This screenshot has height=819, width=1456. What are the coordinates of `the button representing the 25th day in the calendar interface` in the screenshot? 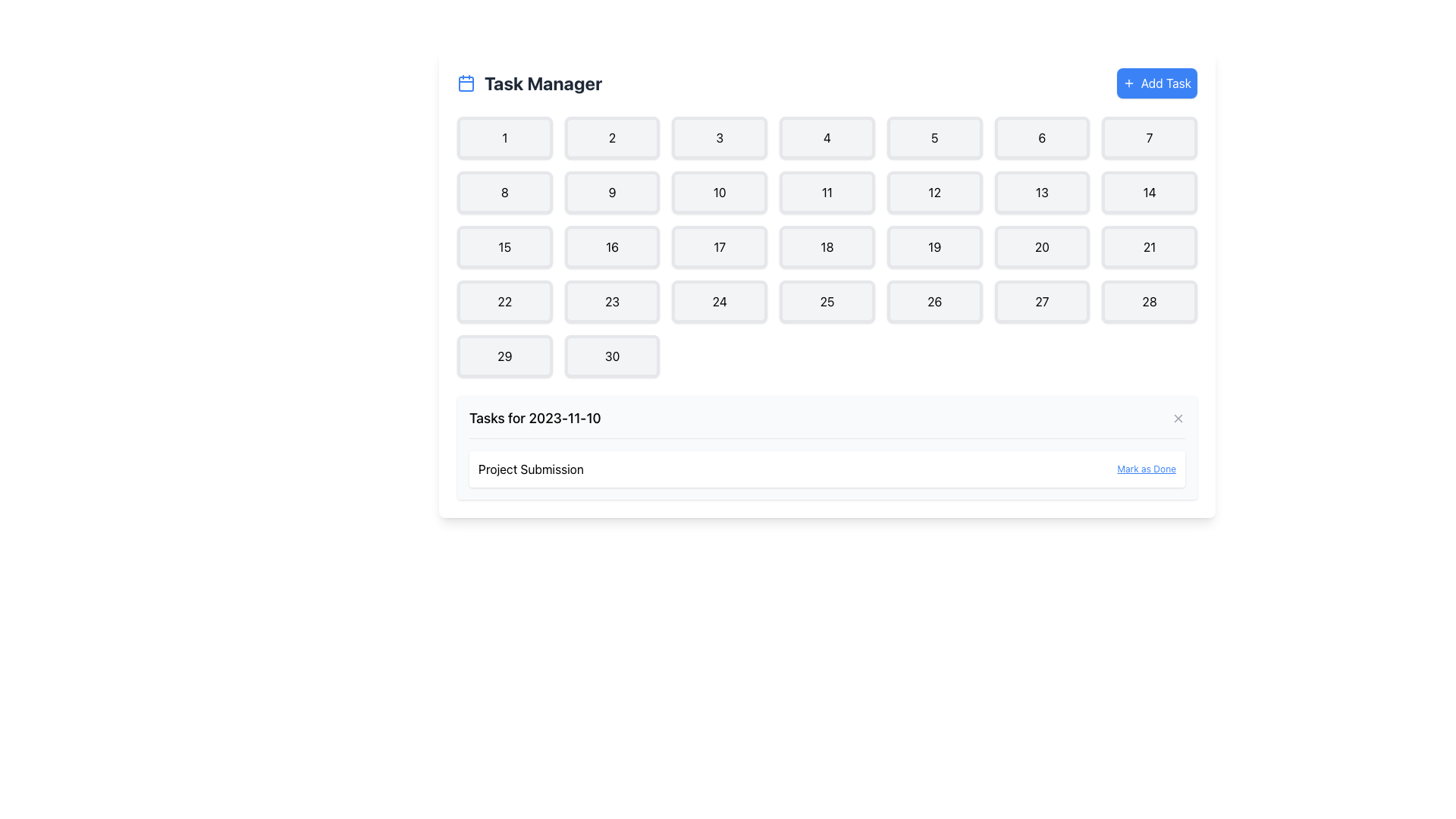 It's located at (826, 301).